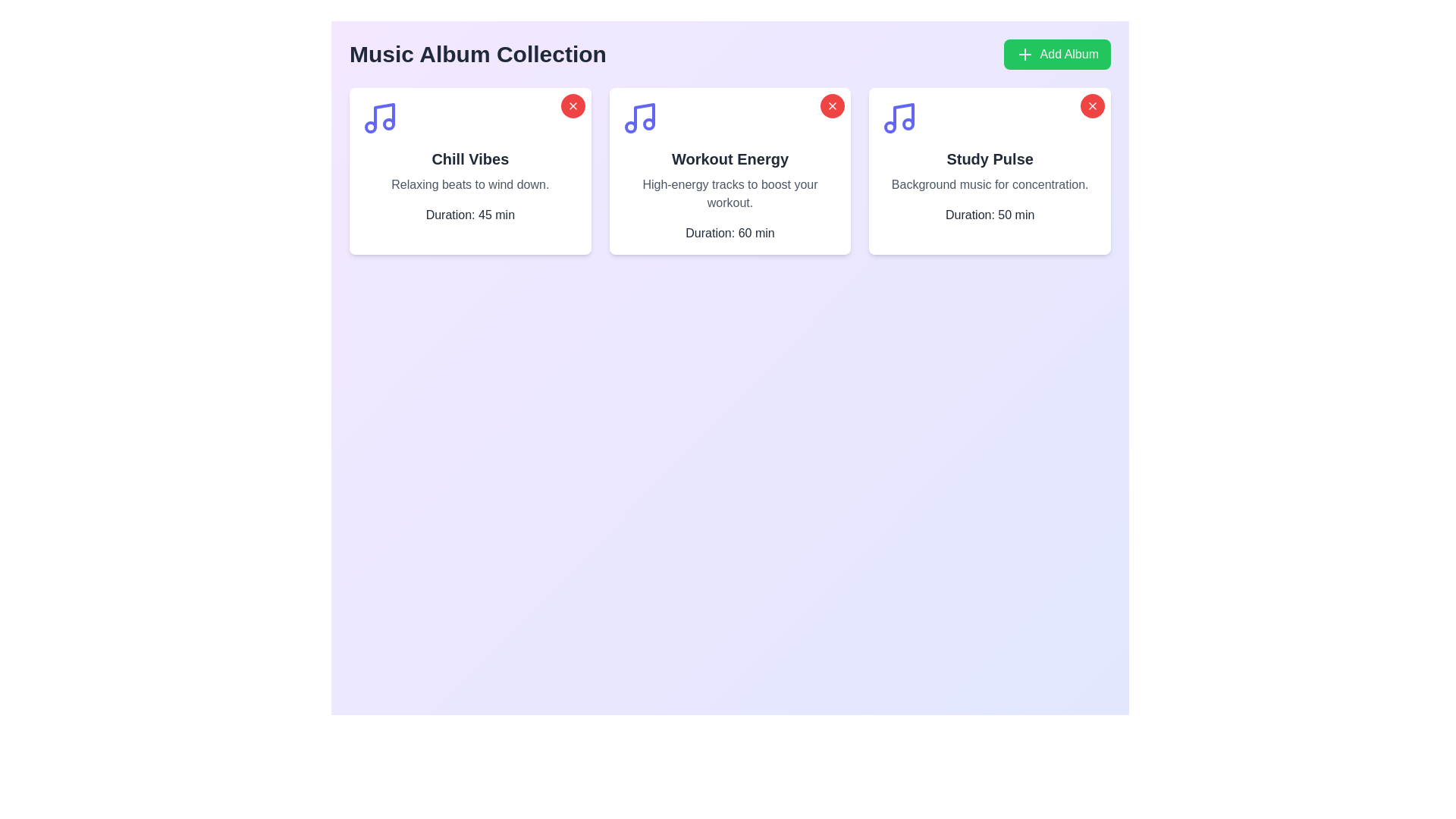 This screenshot has width=1456, height=819. I want to click on the circular red button with a white 'X' icon located in the top-right corner of the 'Workout Energy' card, so click(832, 105).